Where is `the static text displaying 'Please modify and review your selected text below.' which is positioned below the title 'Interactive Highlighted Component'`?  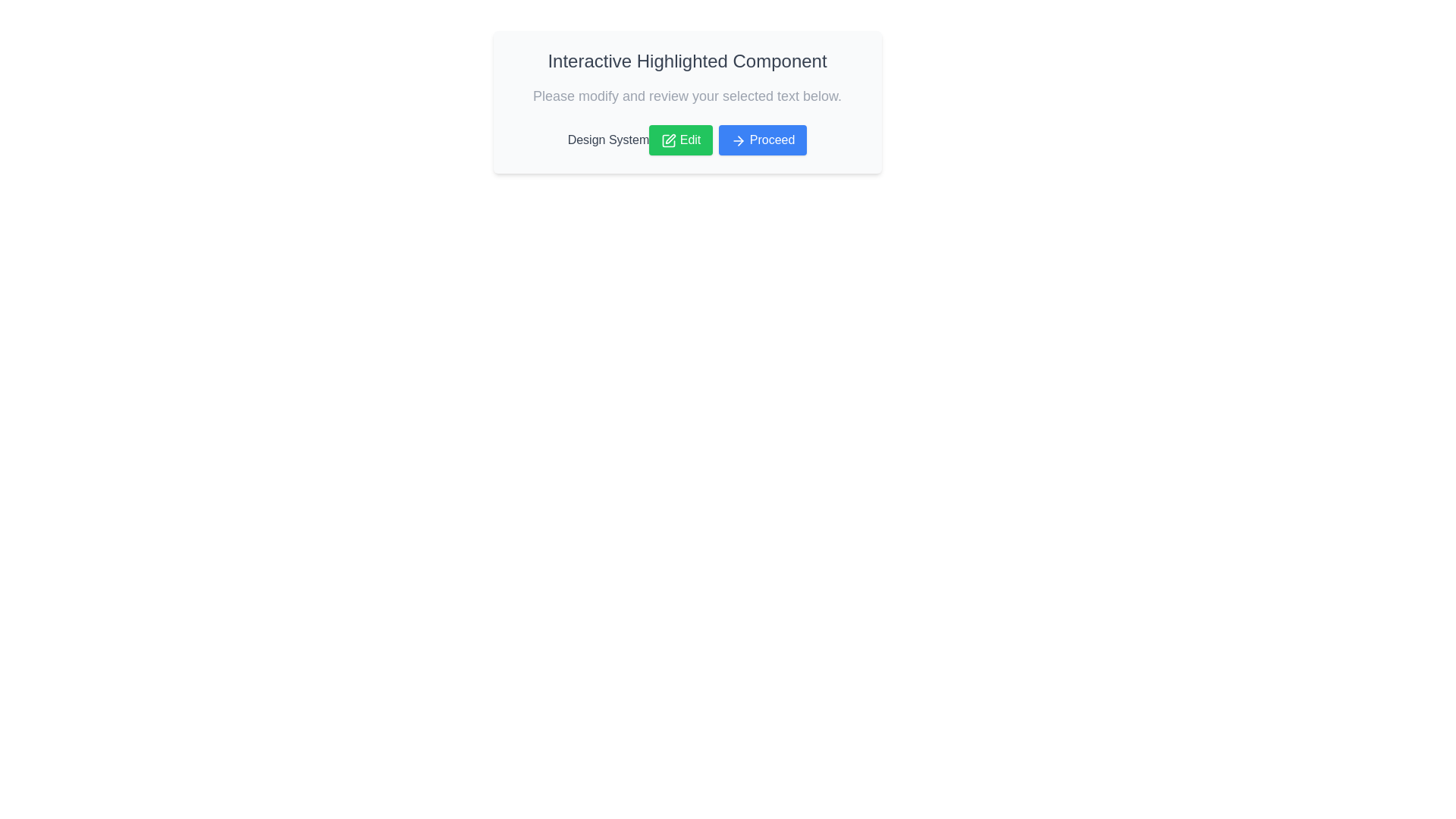
the static text displaying 'Please modify and review your selected text below.' which is positioned below the title 'Interactive Highlighted Component' is located at coordinates (686, 96).